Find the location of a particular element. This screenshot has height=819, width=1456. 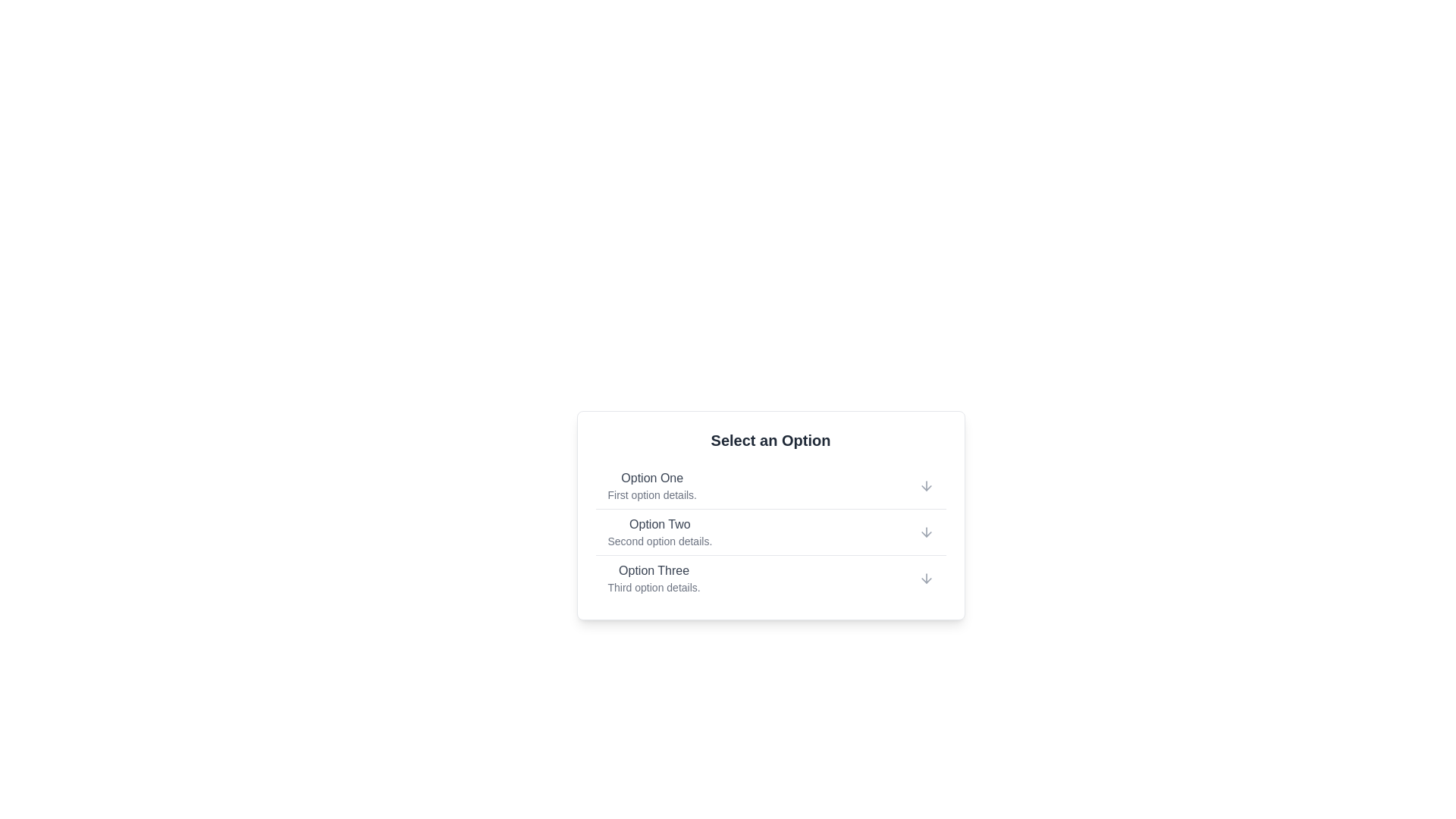

the dropdown-like list of selectable options is located at coordinates (770, 514).